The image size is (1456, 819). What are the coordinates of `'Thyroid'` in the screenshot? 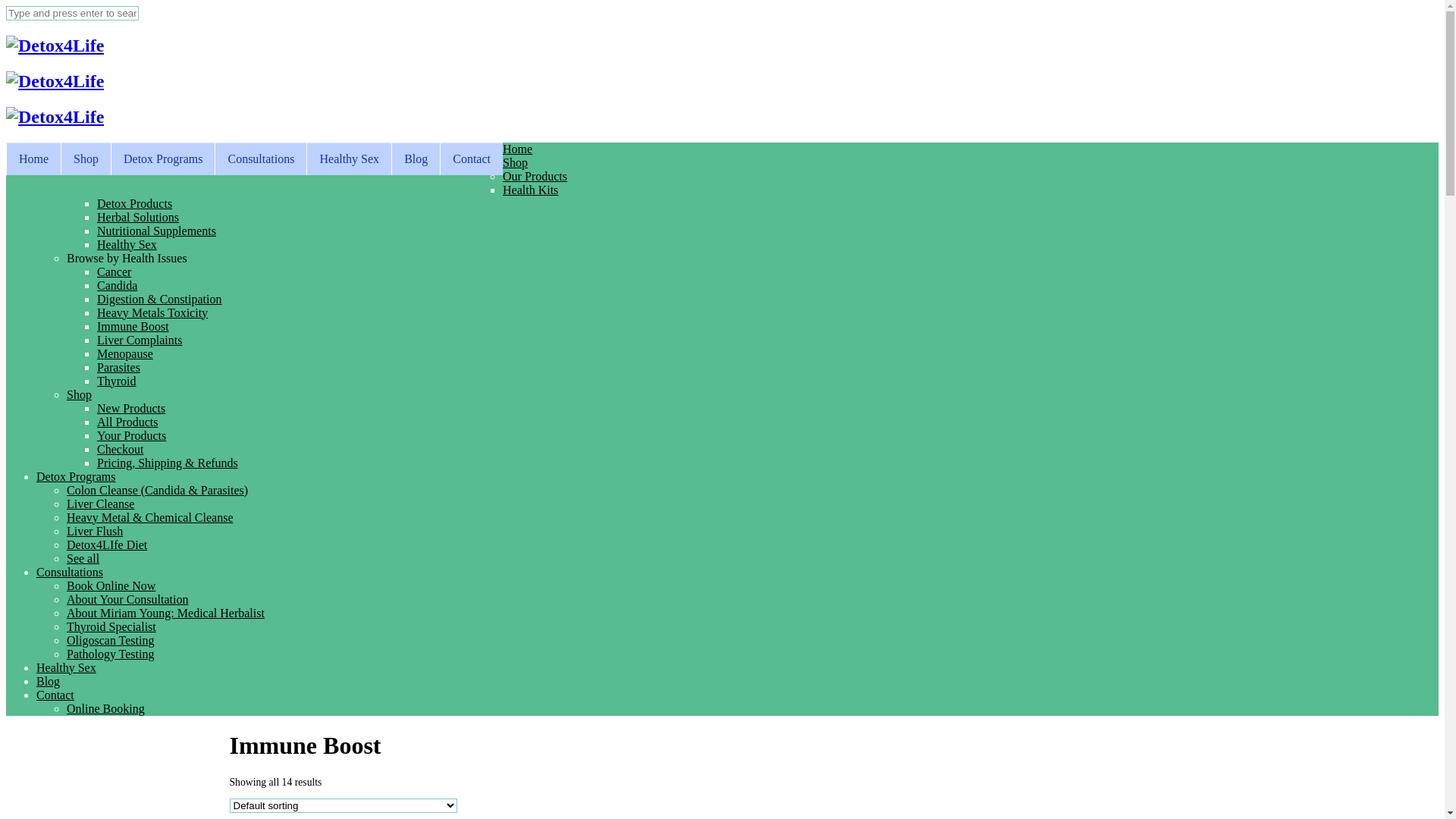 It's located at (96, 380).